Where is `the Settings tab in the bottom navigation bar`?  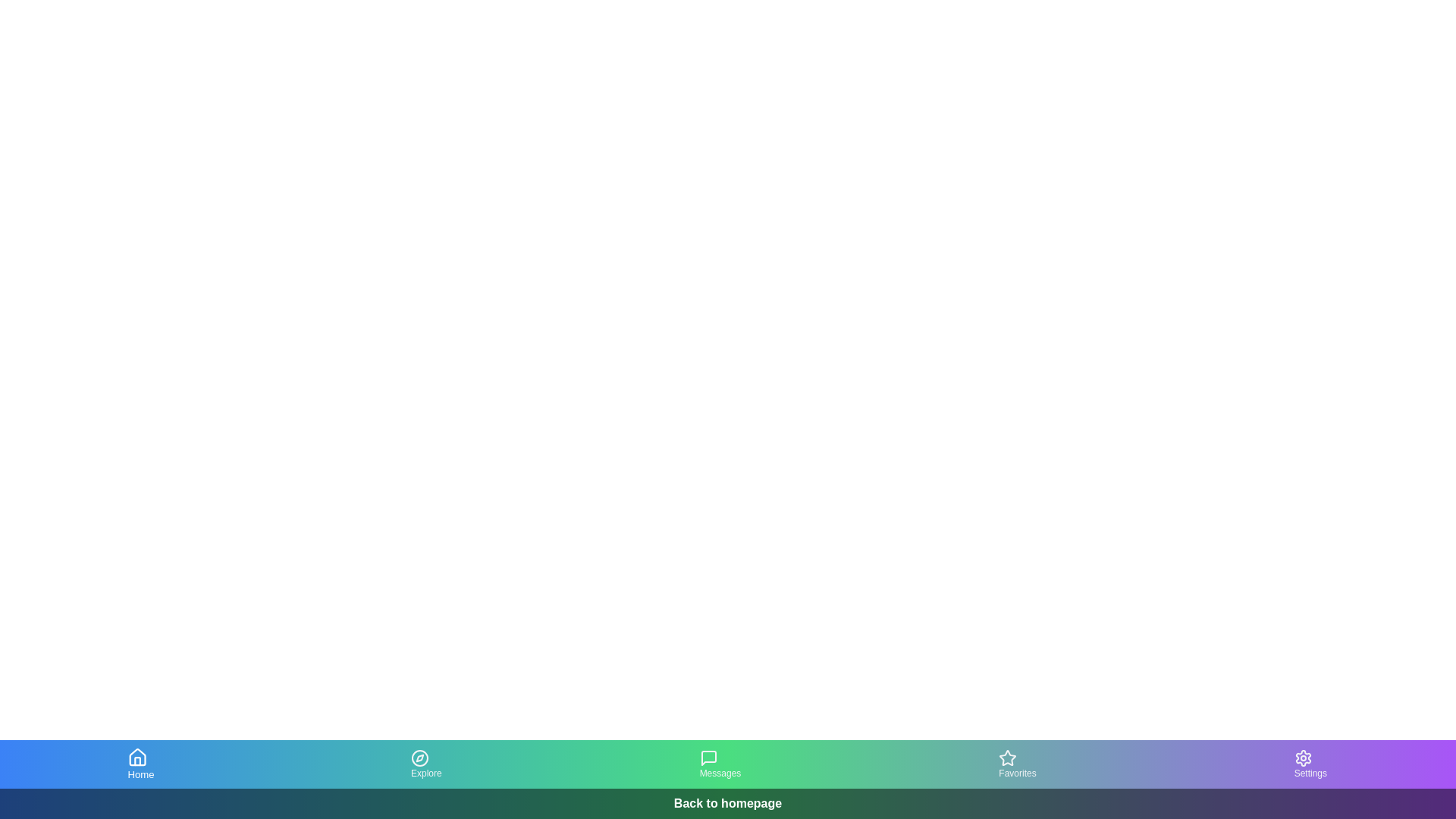
the Settings tab in the bottom navigation bar is located at coordinates (1310, 764).